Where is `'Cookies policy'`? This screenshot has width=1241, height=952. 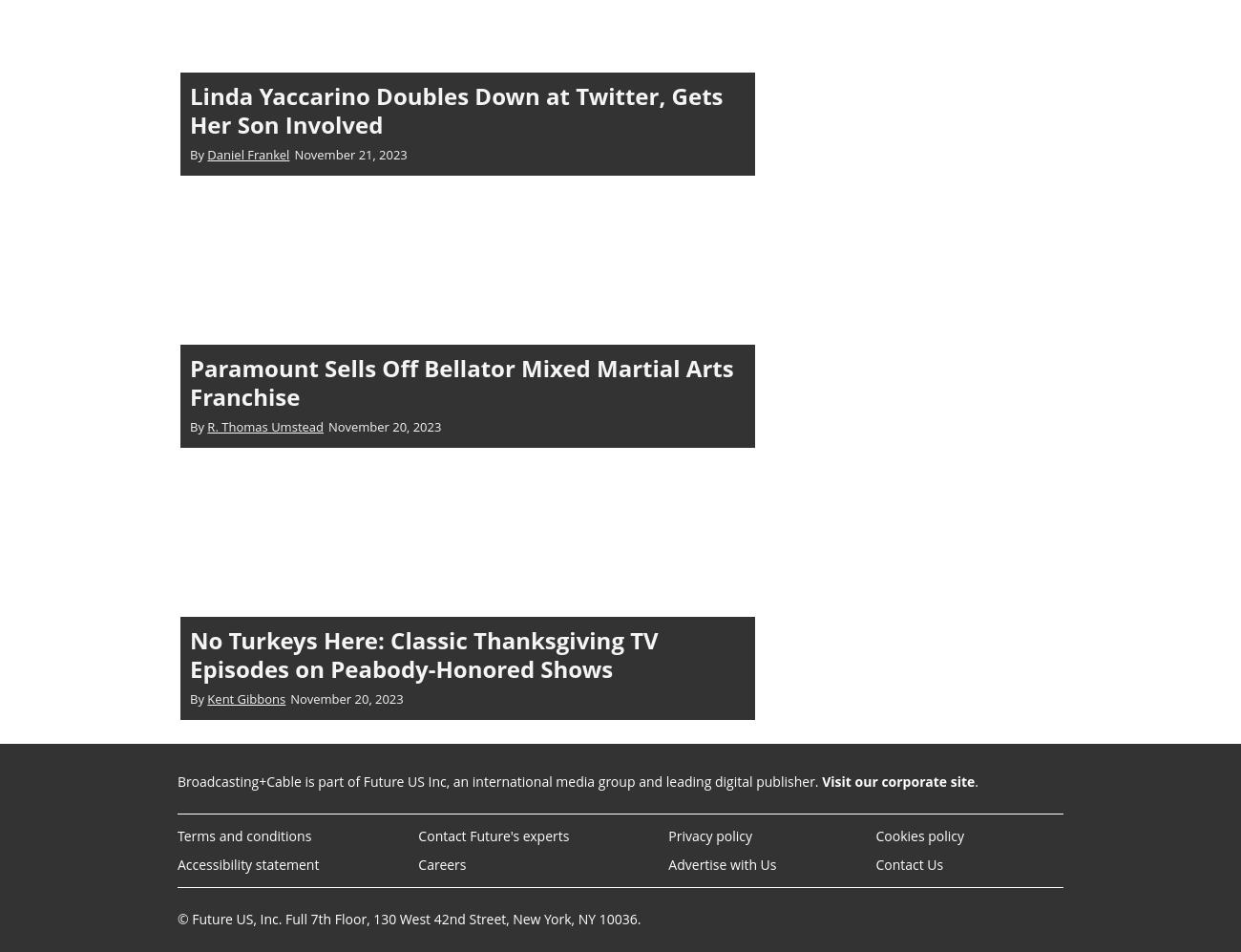
'Cookies policy' is located at coordinates (919, 835).